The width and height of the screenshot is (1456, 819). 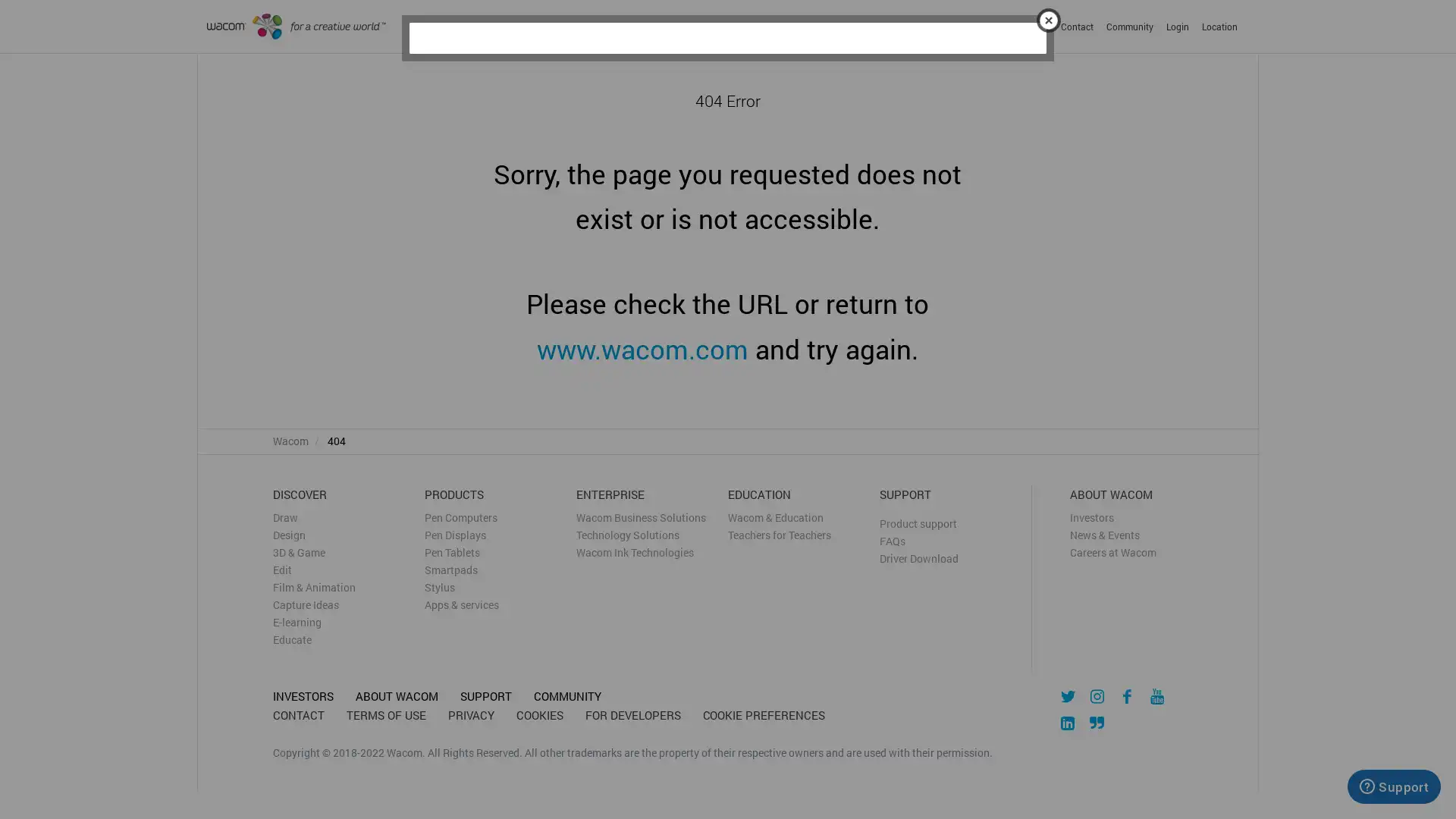 I want to click on close, so click(x=1047, y=17).